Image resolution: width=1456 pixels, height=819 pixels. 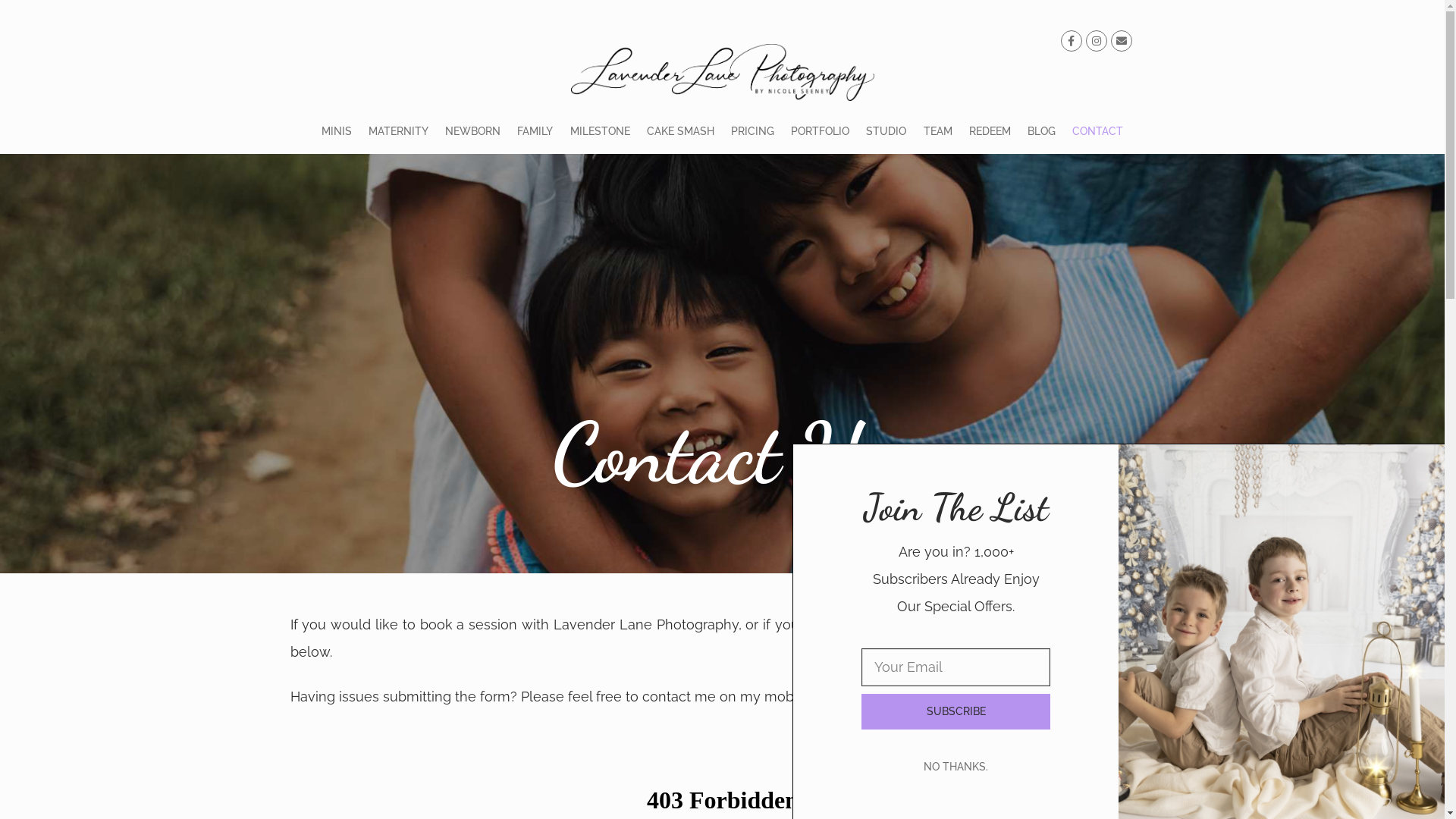 What do you see at coordinates (886, 130) in the screenshot?
I see `'STUDIO'` at bounding box center [886, 130].